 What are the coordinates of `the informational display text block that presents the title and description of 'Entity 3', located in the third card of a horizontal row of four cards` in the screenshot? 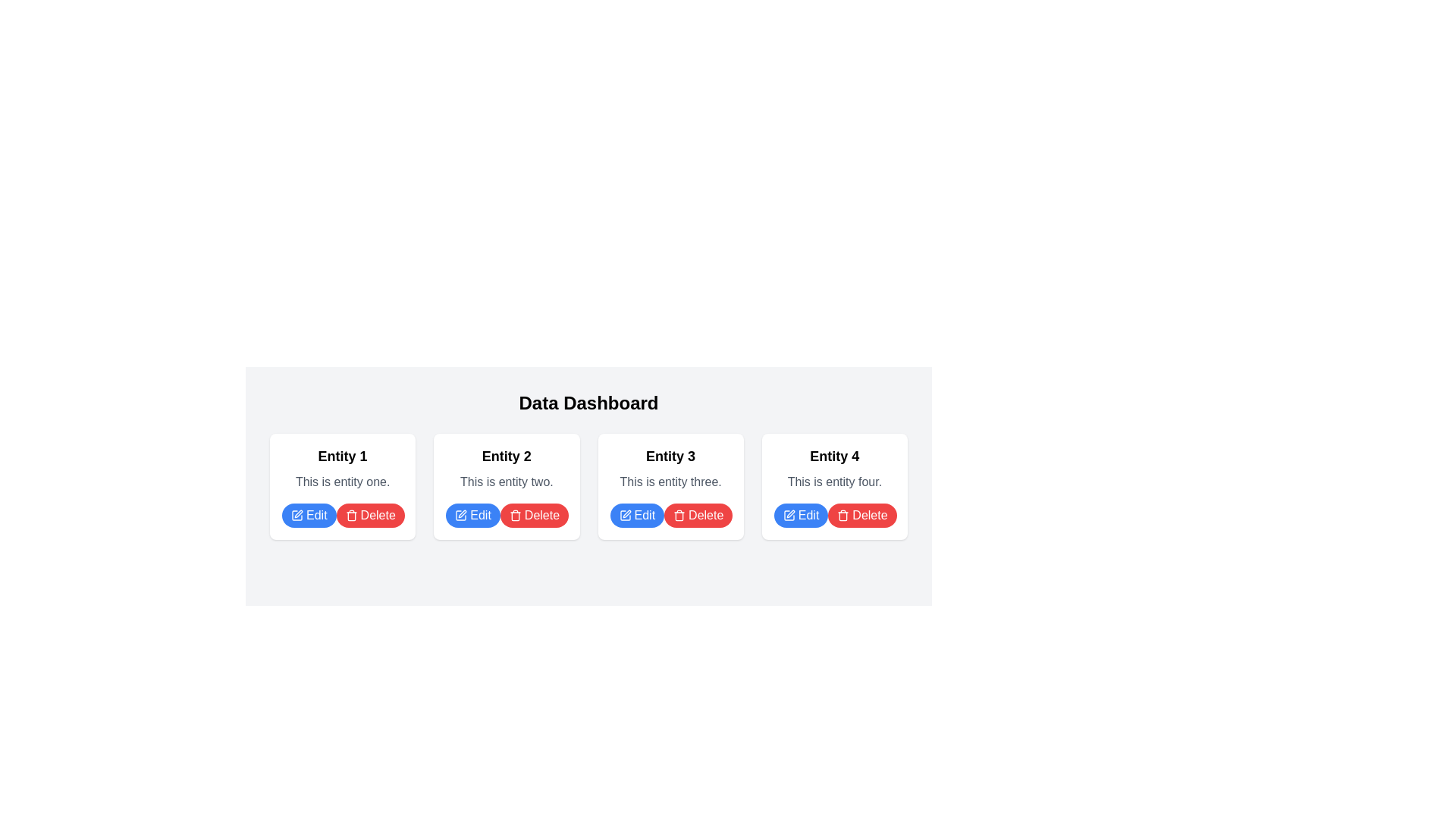 It's located at (670, 467).